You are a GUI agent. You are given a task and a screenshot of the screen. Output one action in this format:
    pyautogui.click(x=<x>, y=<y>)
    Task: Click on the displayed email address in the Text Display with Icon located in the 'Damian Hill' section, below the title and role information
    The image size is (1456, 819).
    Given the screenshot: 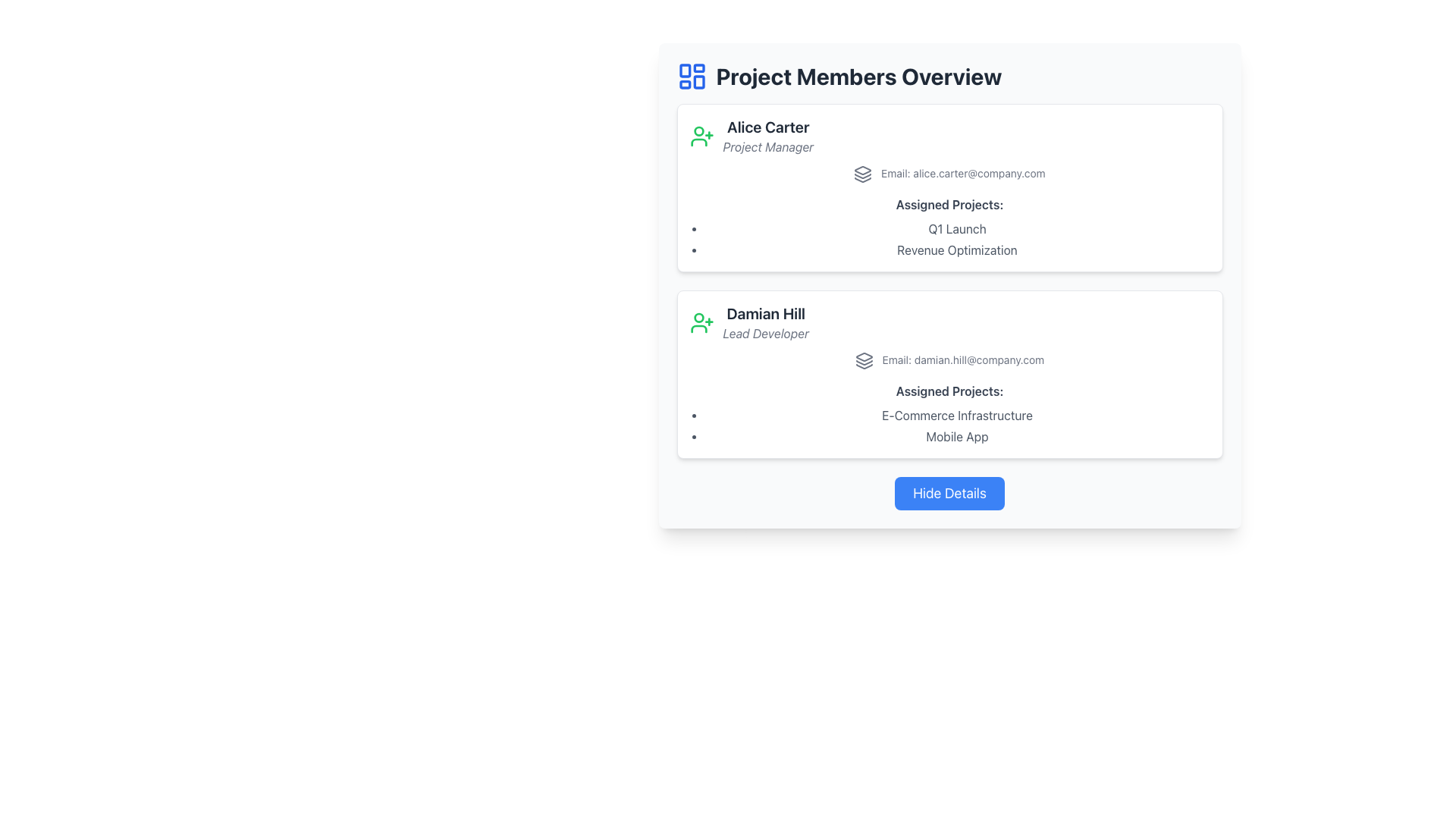 What is the action you would take?
    pyautogui.click(x=949, y=360)
    